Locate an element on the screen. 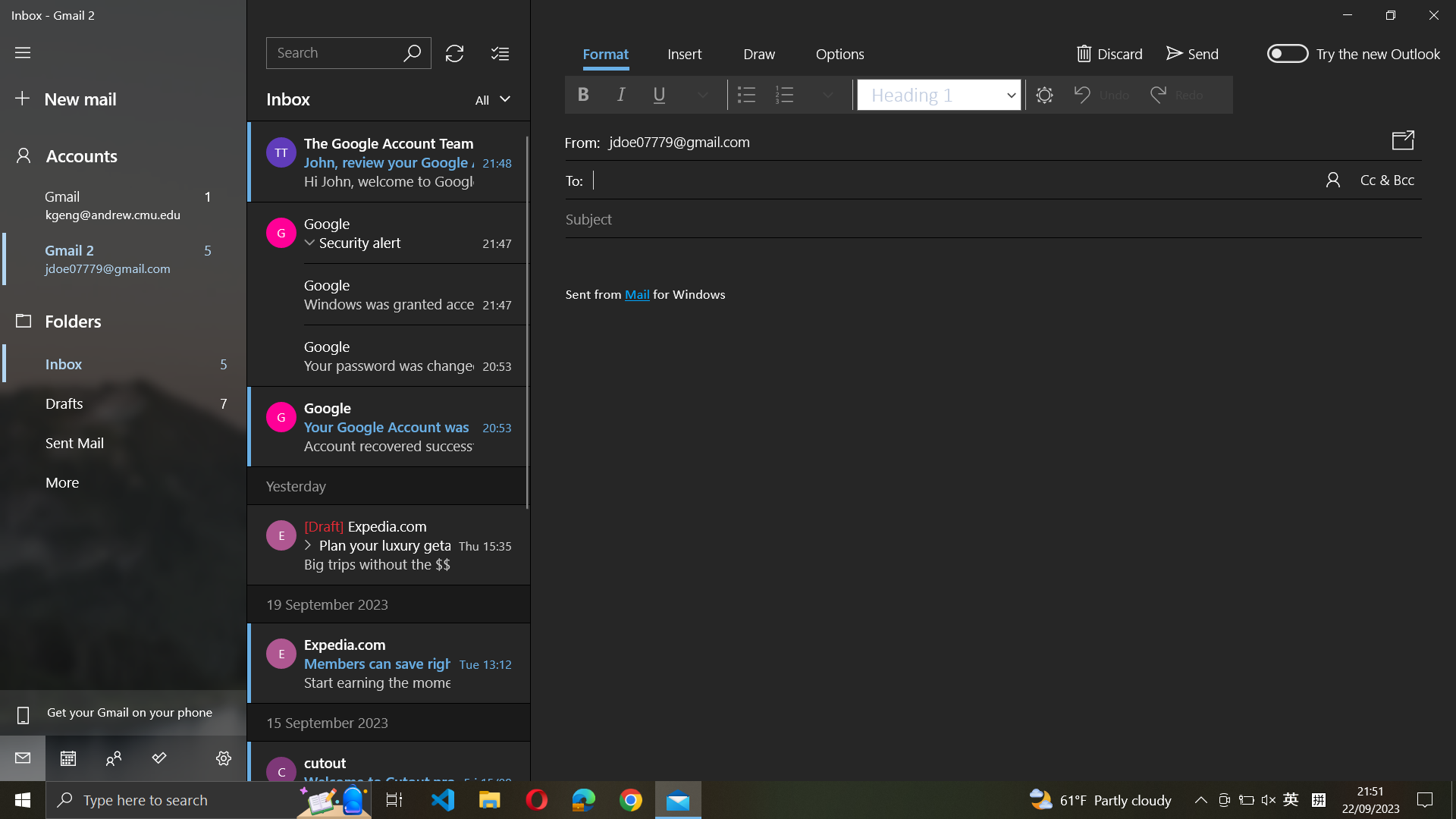 The image size is (1456, 819). Update the mailbox is located at coordinates (453, 52).